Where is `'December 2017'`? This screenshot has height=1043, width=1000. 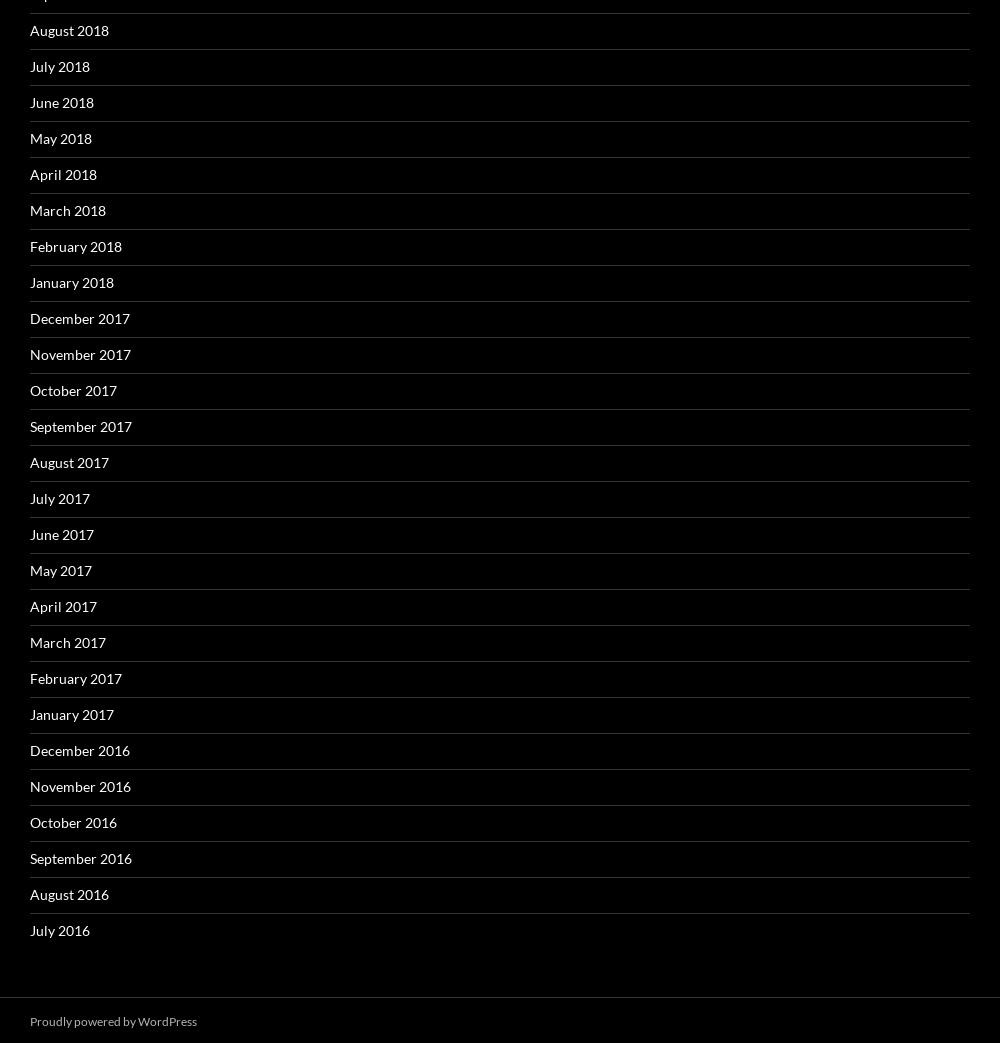 'December 2017' is located at coordinates (79, 317).